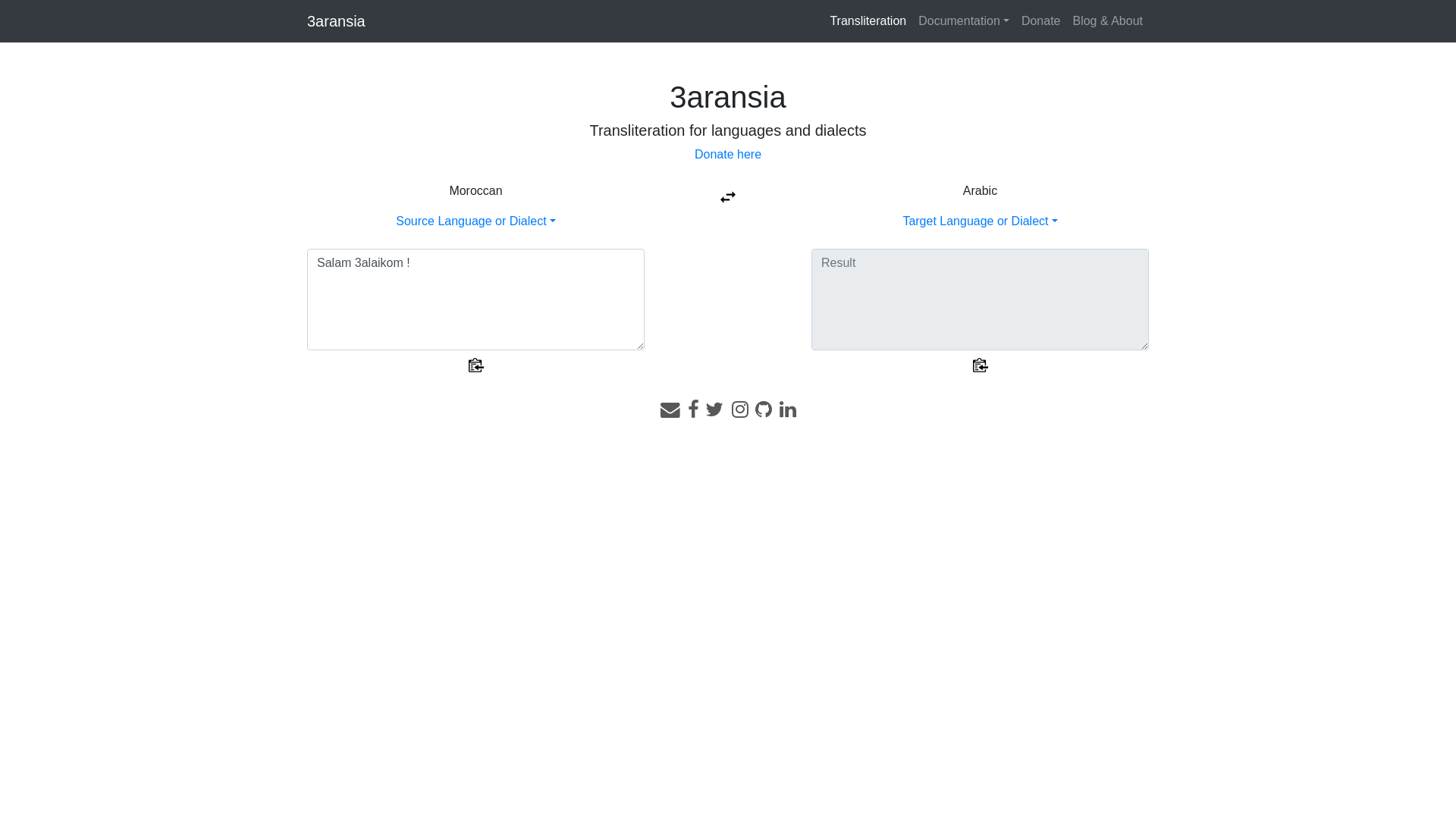 This screenshot has height=819, width=1456. What do you see at coordinates (1065, 20) in the screenshot?
I see `'Blog & About'` at bounding box center [1065, 20].